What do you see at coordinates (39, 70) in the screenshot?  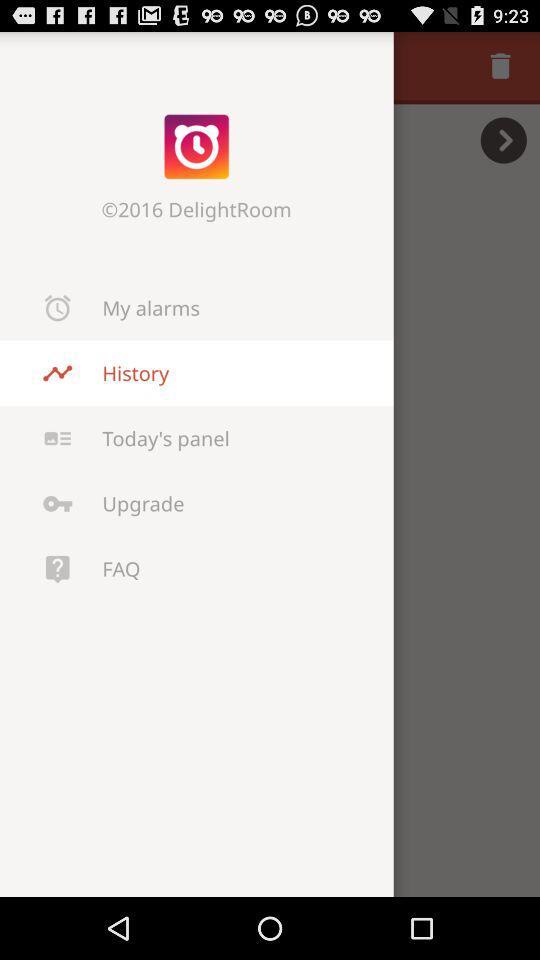 I see `the close icon` at bounding box center [39, 70].